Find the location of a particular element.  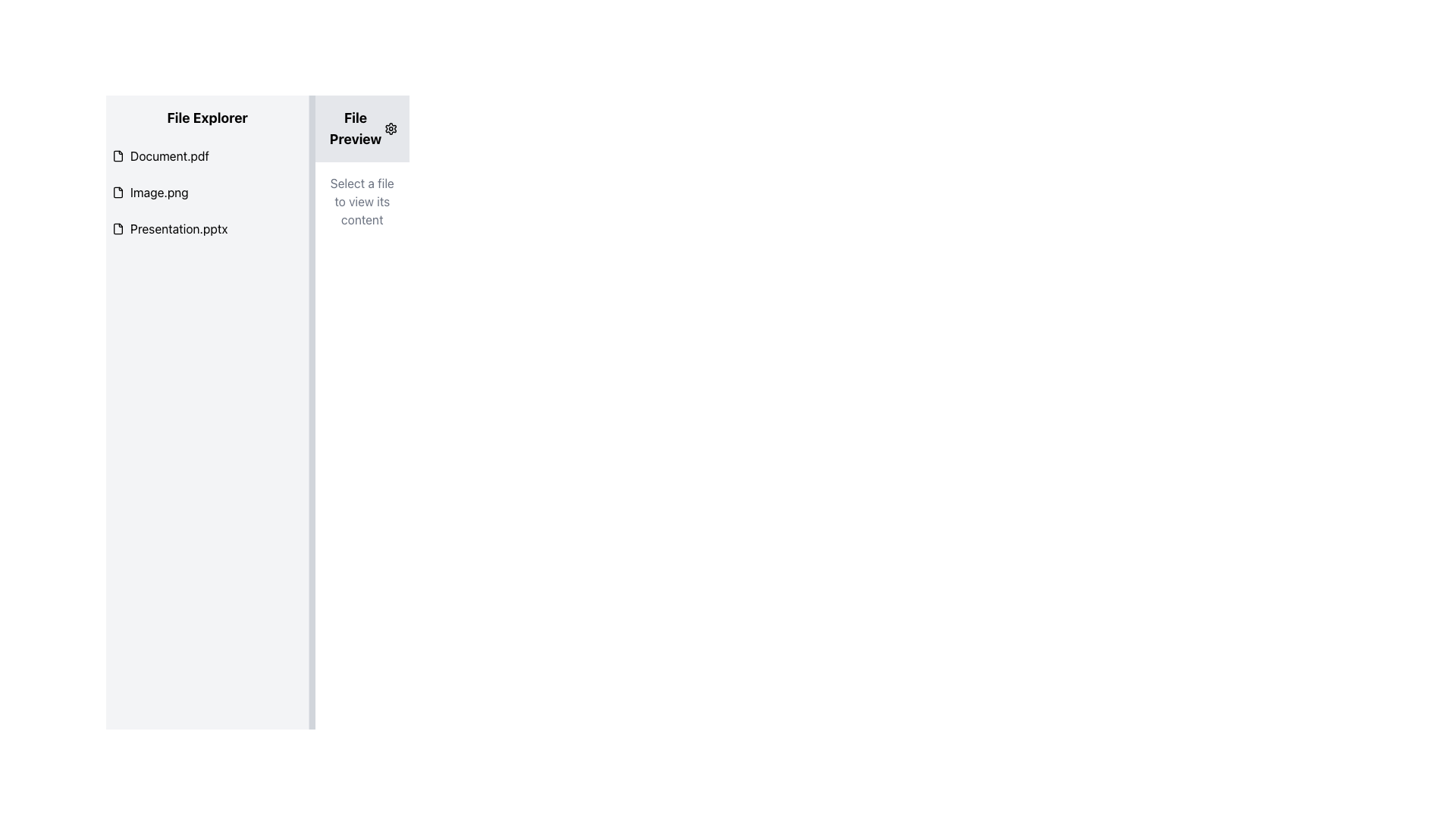

the file 'Presentation.pptx' from the List item in the 'File Explorer' section is located at coordinates (206, 228).